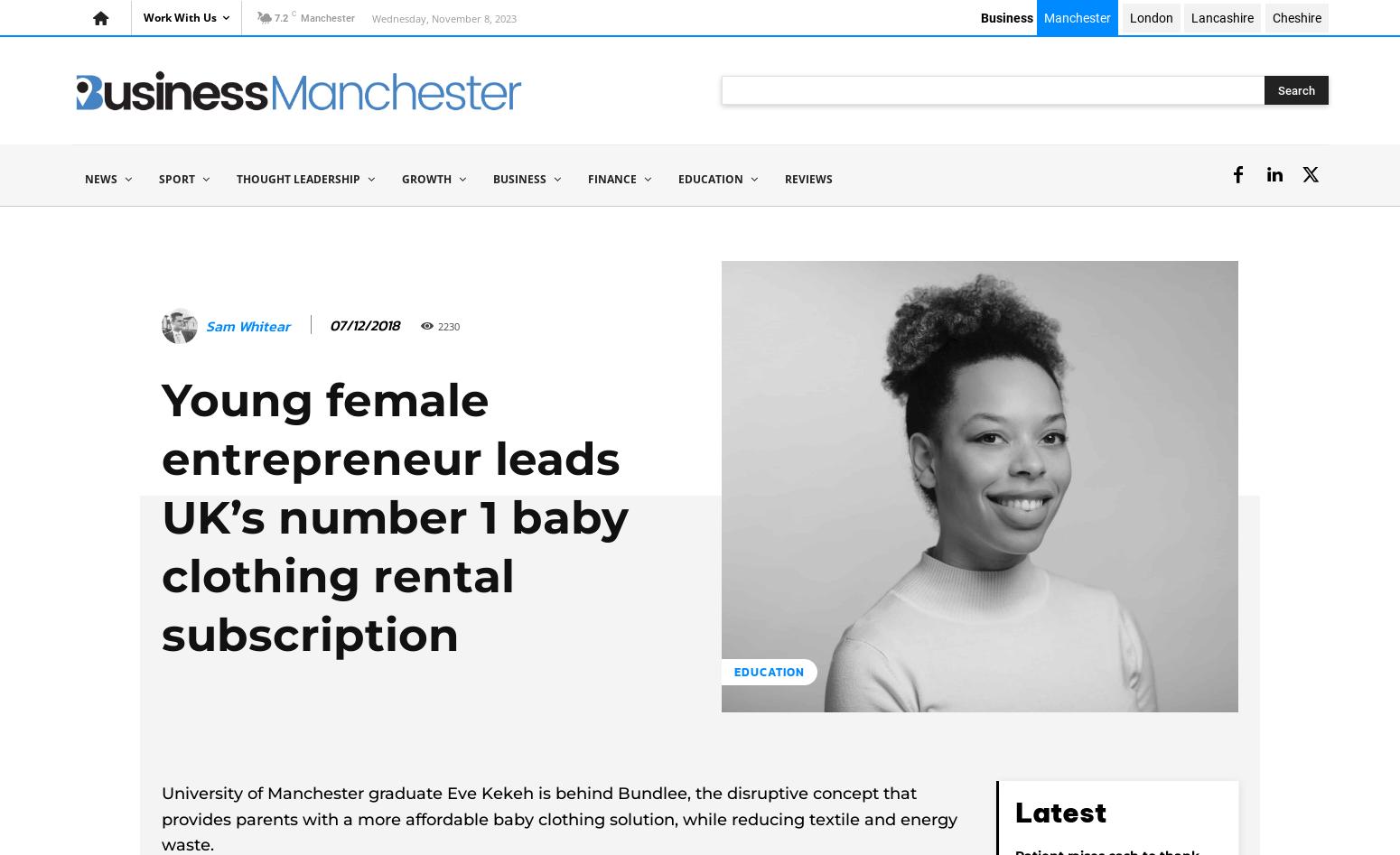 The width and height of the screenshot is (1400, 855). What do you see at coordinates (808, 178) in the screenshot?
I see `'Reviews'` at bounding box center [808, 178].